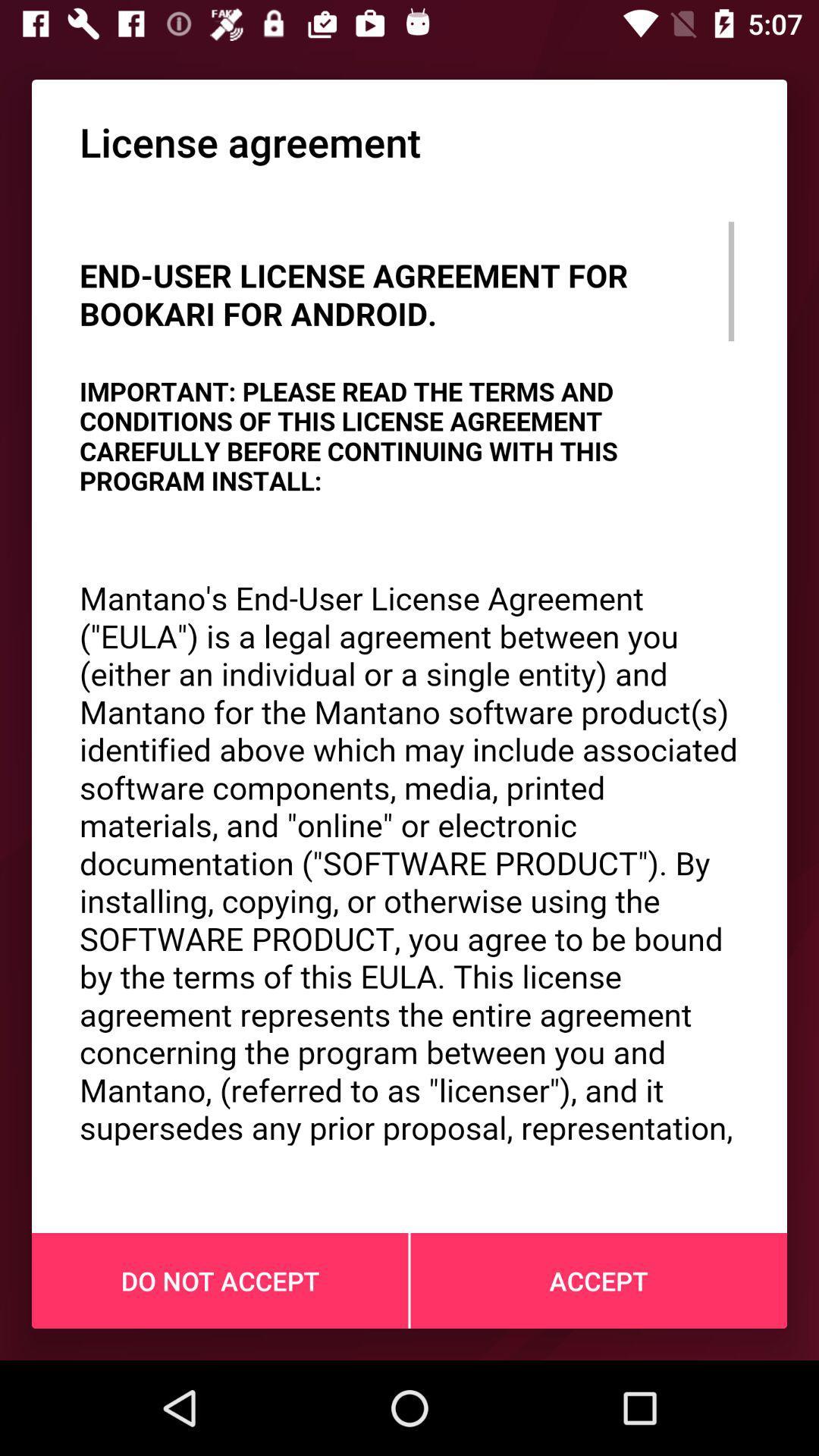 The width and height of the screenshot is (819, 1456). What do you see at coordinates (220, 1280) in the screenshot?
I see `do not accept` at bounding box center [220, 1280].